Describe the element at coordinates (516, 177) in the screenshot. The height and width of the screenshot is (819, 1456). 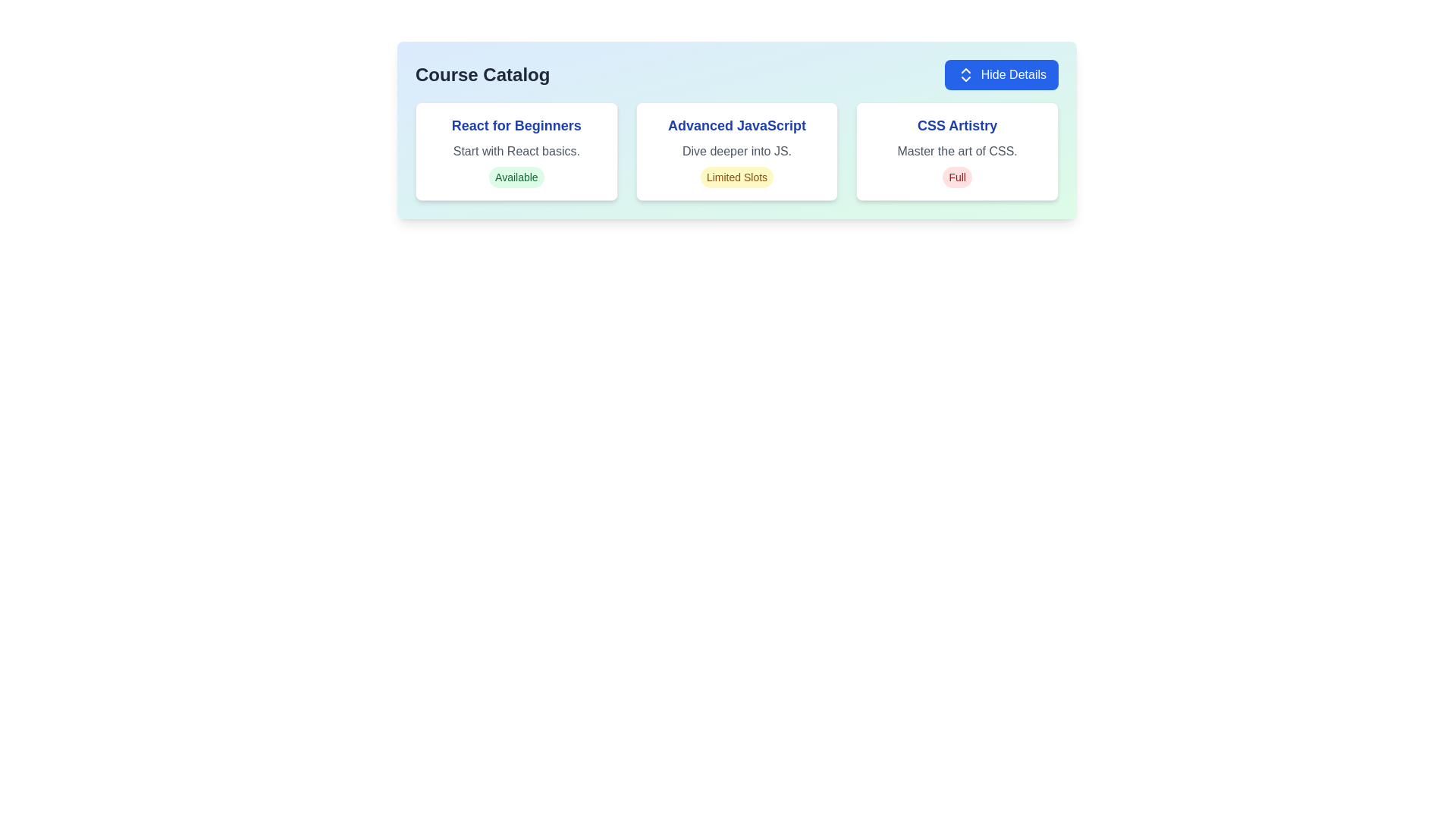
I see `the 'Available' label, which is a small rounded rectangle with a light green background and green text, located below the 'Start with React basics.' text in the 'React for Beginners' card in the Course Catalog section` at that location.